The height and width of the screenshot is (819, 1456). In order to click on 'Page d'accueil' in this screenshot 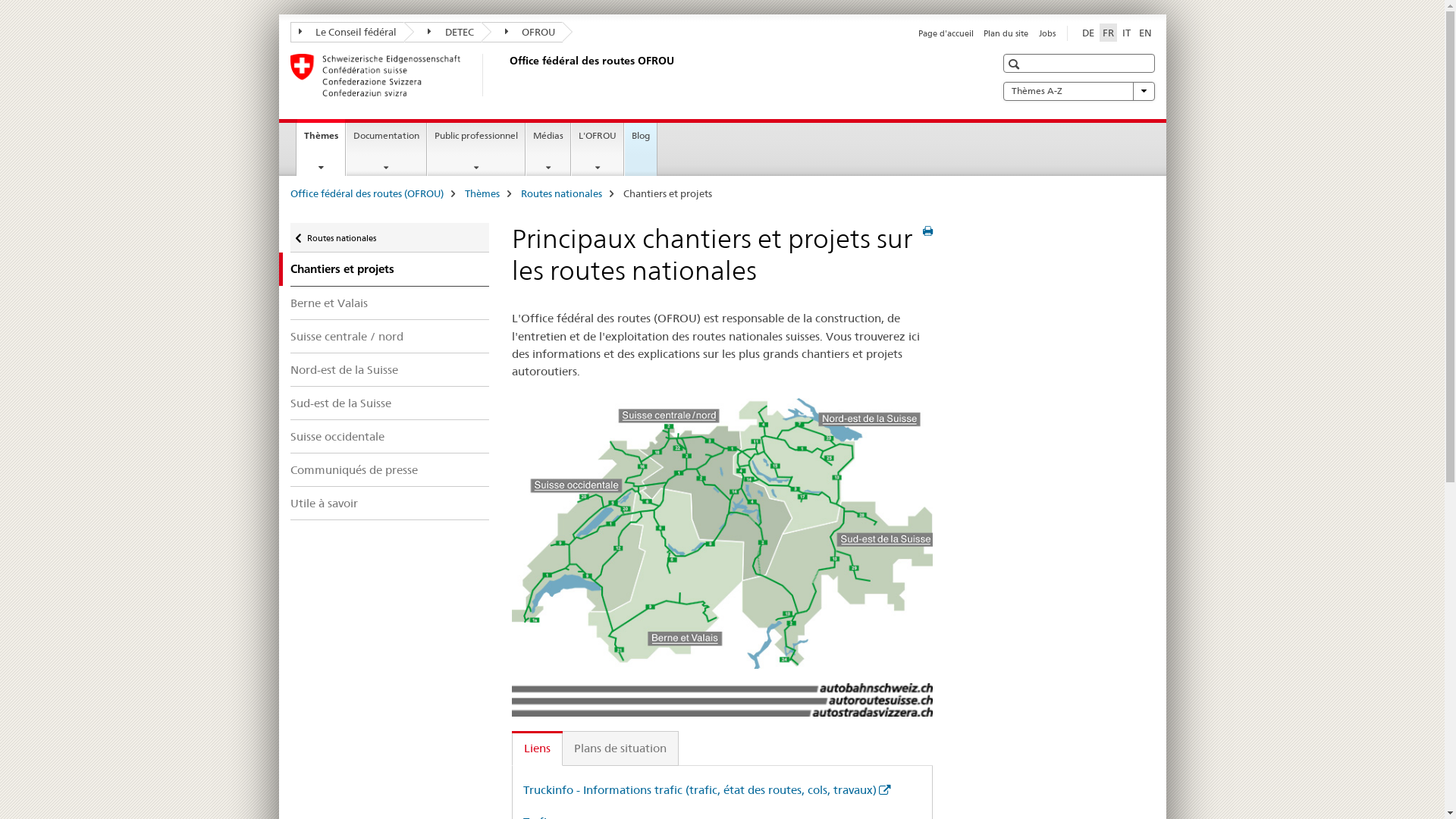, I will do `click(917, 33)`.